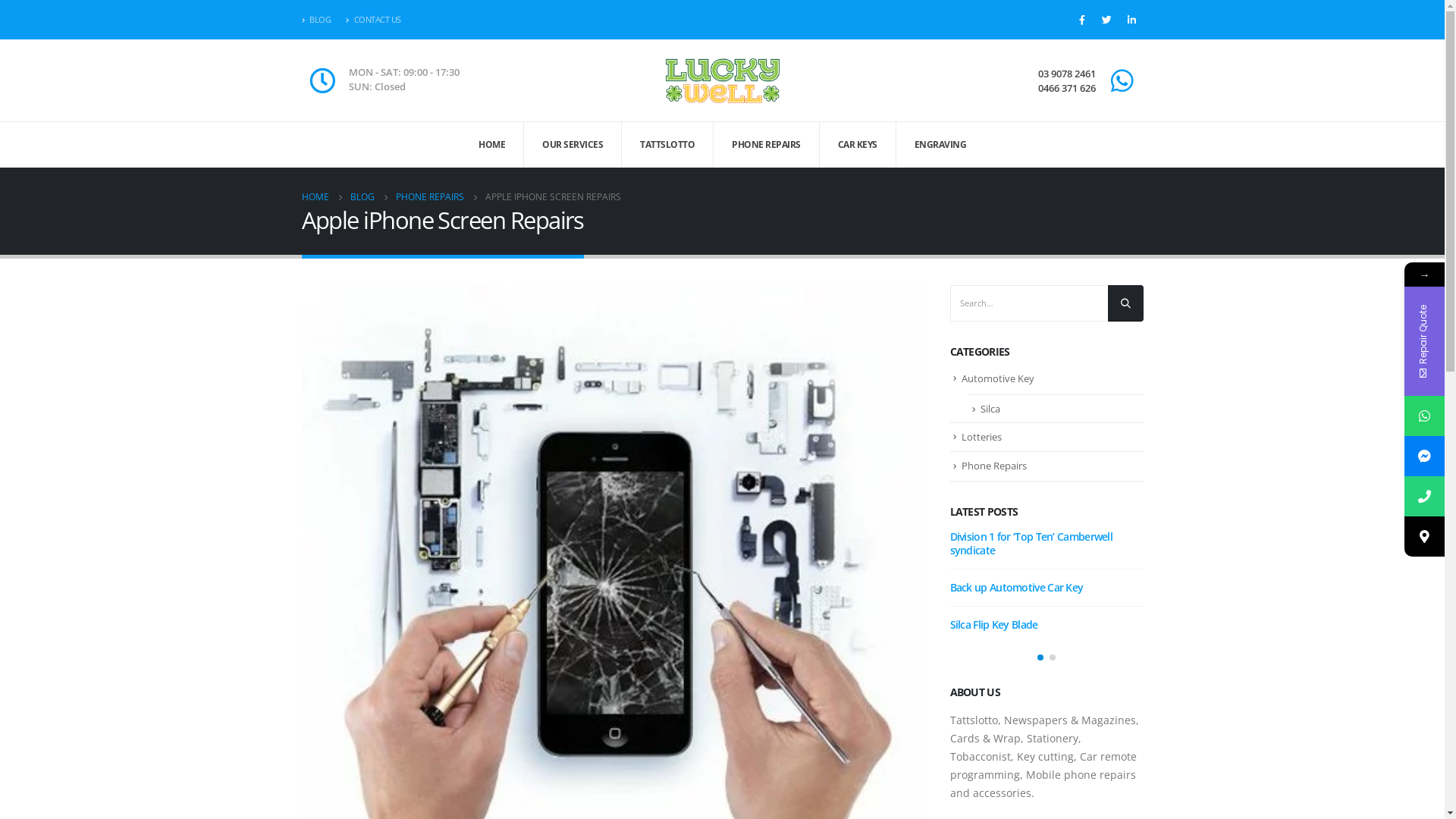  Describe the element at coordinates (1106, 20) in the screenshot. I see `'Twitter'` at that location.